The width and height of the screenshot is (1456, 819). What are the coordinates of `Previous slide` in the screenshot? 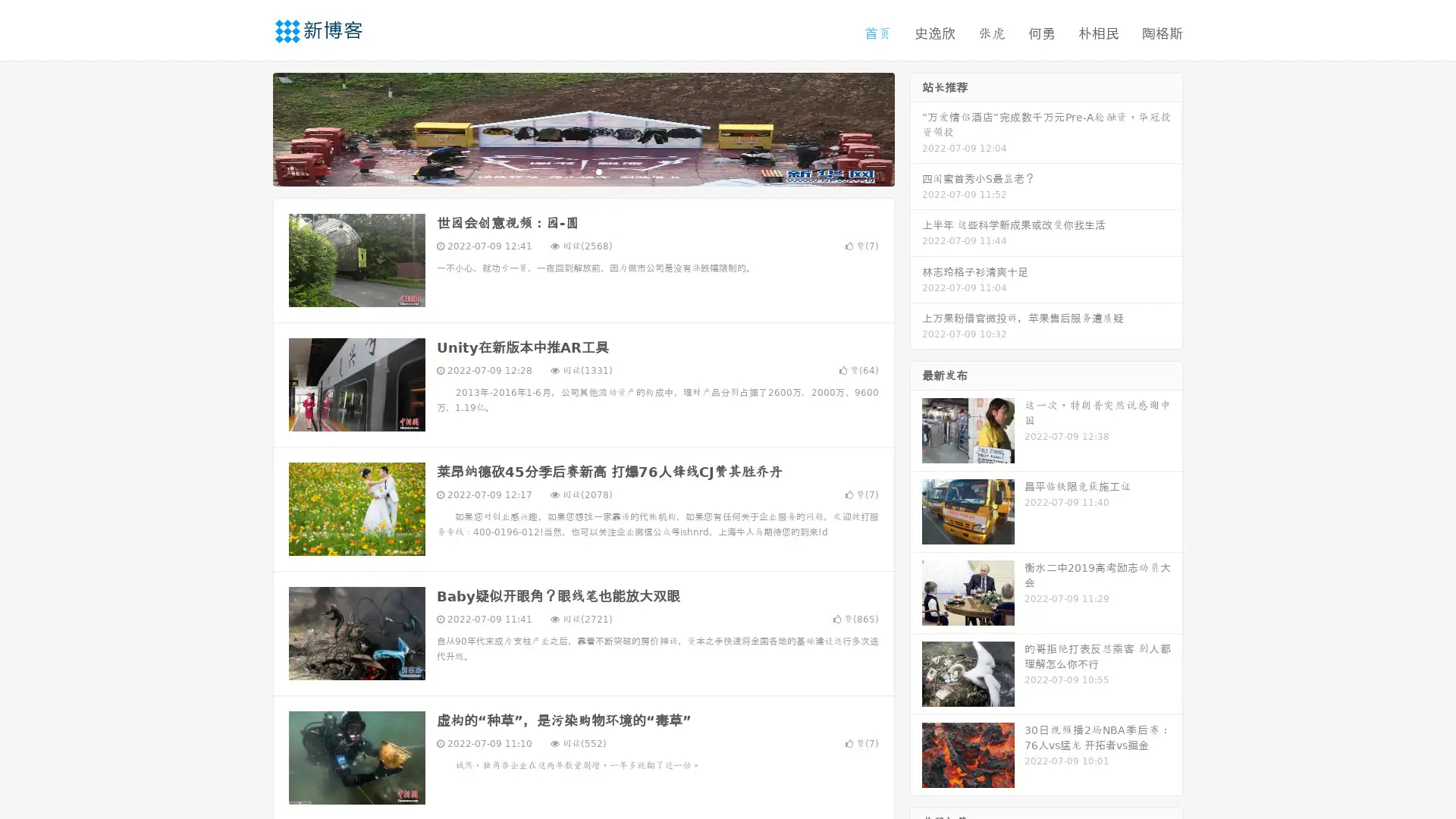 It's located at (250, 127).